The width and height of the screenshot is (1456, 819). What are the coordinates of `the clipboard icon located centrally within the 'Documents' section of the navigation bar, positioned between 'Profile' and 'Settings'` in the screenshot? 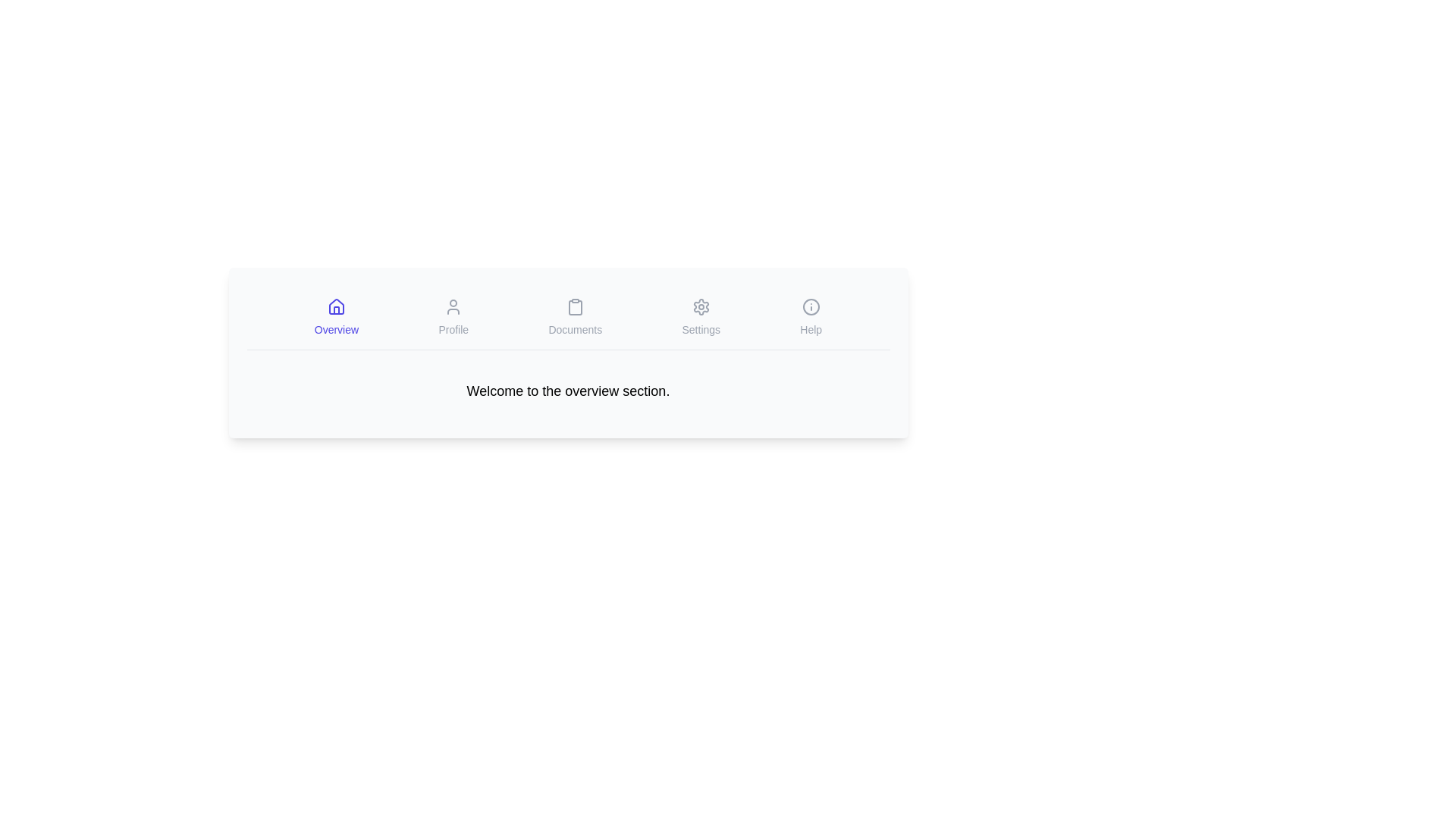 It's located at (574, 307).